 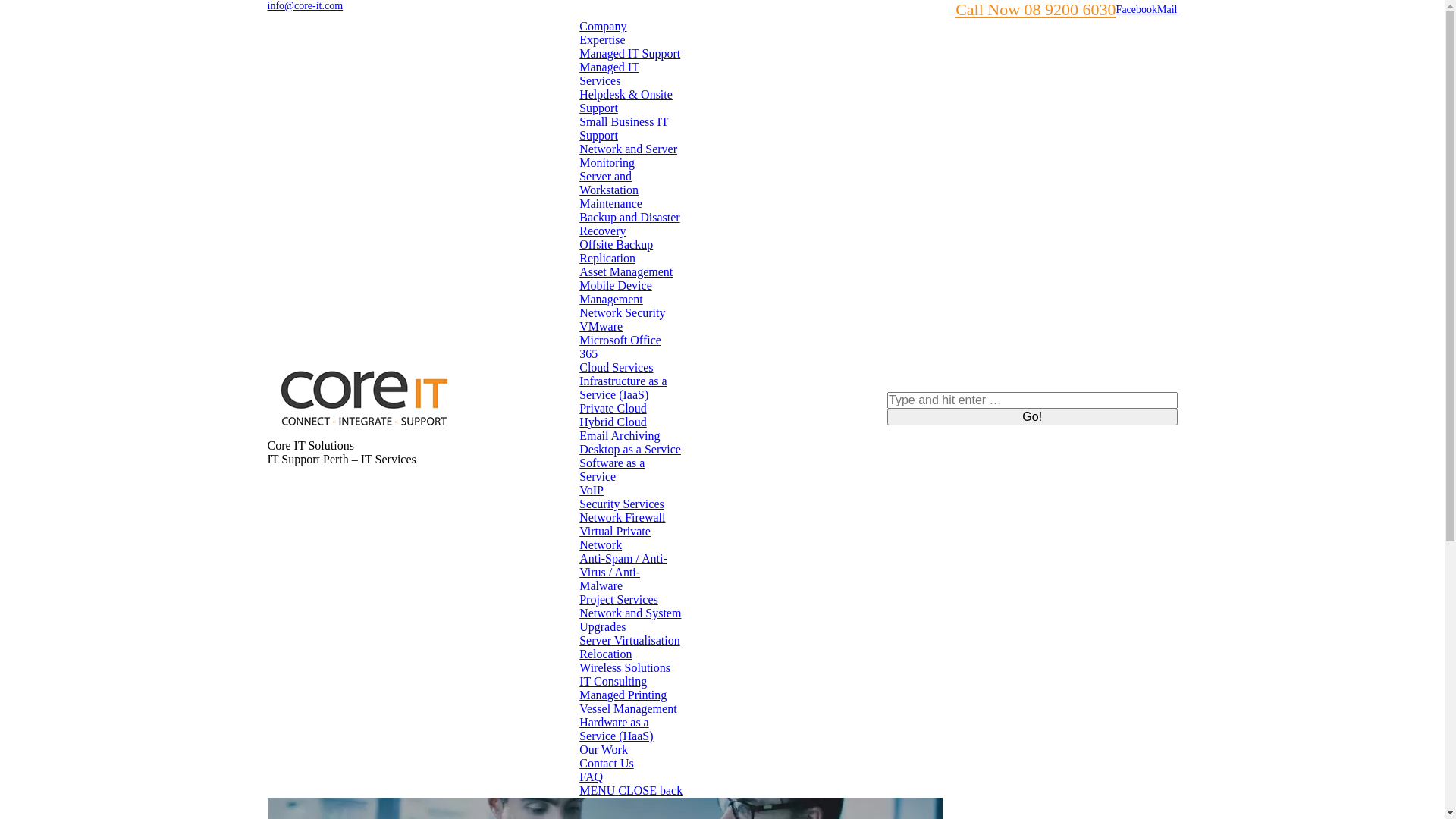 I want to click on 'Managed Printing', so click(x=623, y=695).